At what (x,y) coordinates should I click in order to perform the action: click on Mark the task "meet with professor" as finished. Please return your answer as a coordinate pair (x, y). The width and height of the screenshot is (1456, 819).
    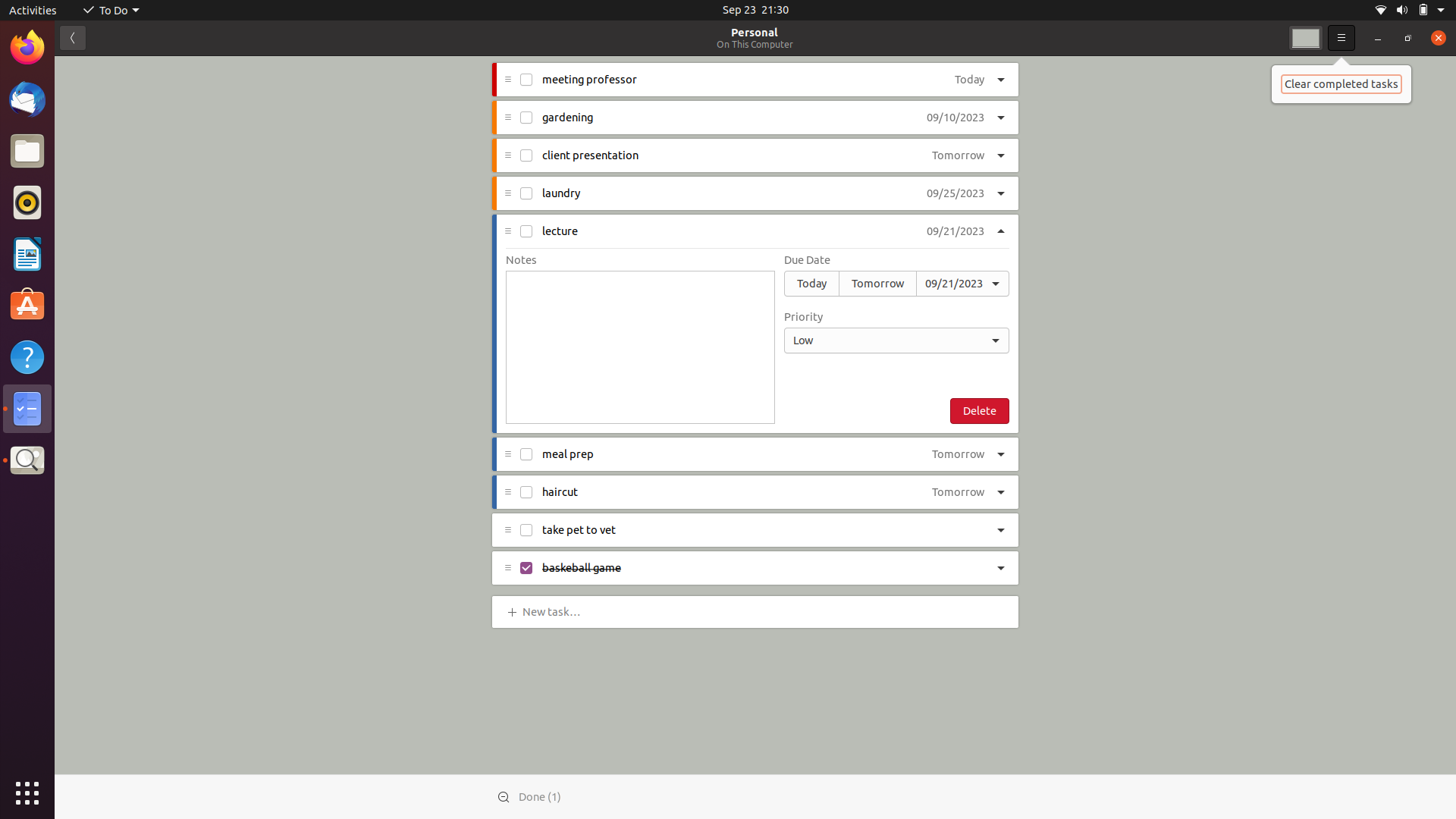
    Looking at the image, I should click on (527, 81).